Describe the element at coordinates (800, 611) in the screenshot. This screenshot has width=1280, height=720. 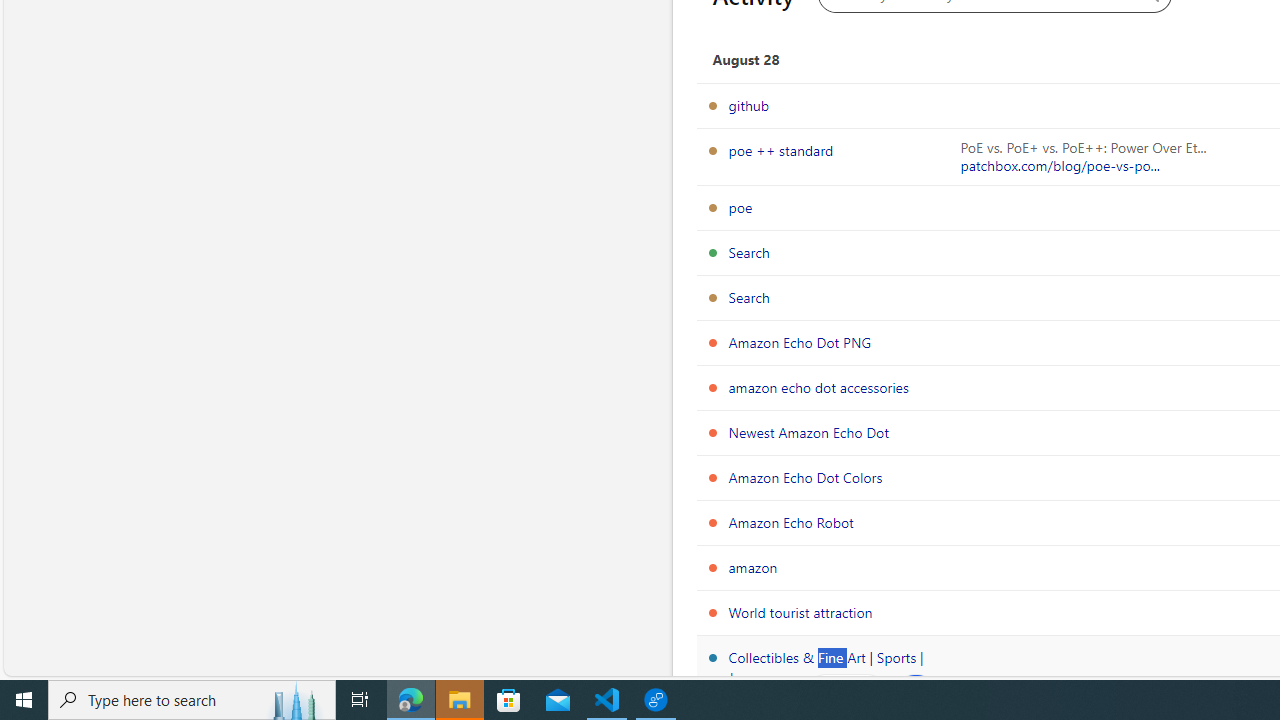
I see `'World tourist attraction'` at that location.